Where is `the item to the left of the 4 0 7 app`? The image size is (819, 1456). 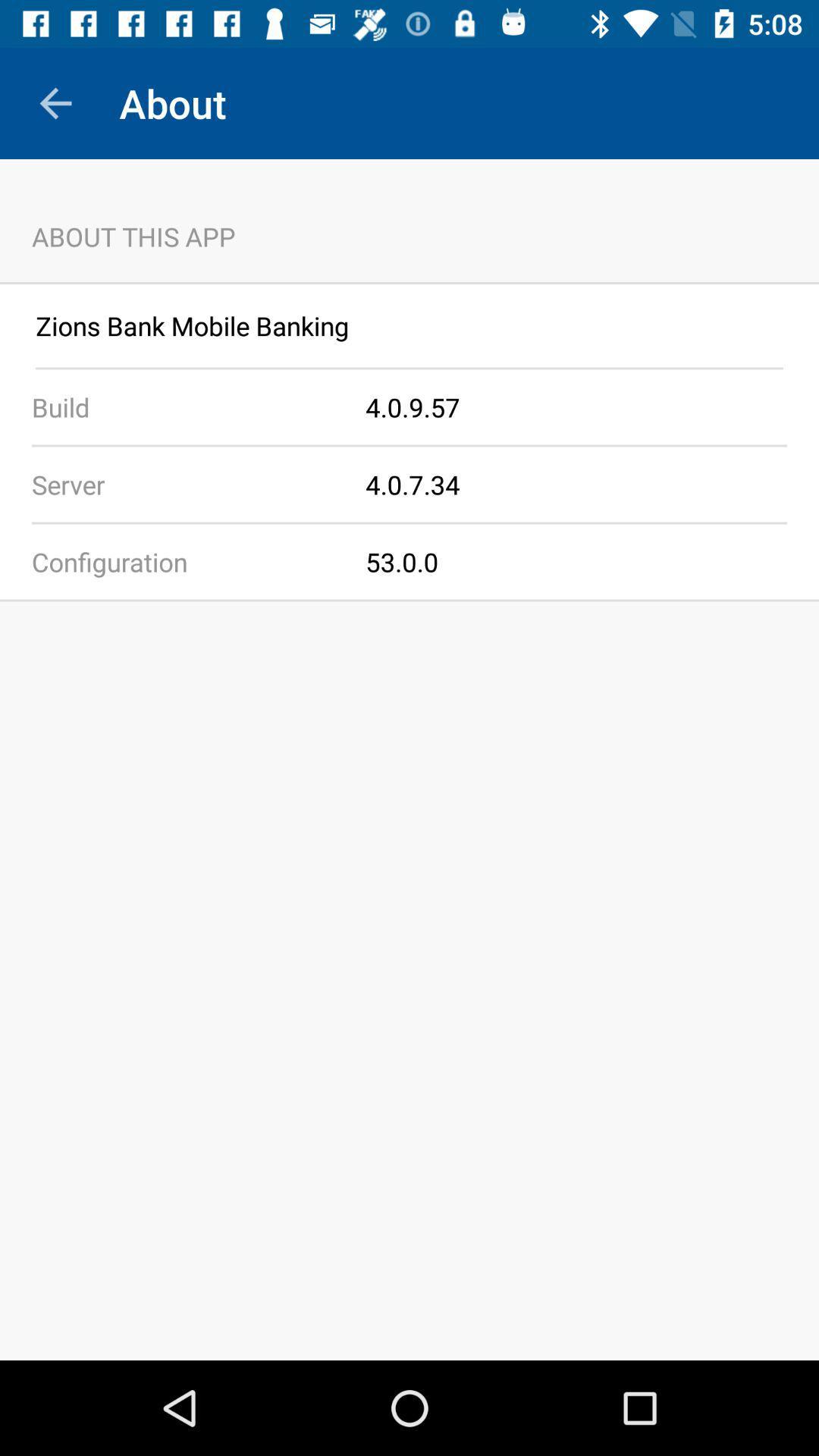
the item to the left of the 4 0 7 app is located at coordinates (182, 483).